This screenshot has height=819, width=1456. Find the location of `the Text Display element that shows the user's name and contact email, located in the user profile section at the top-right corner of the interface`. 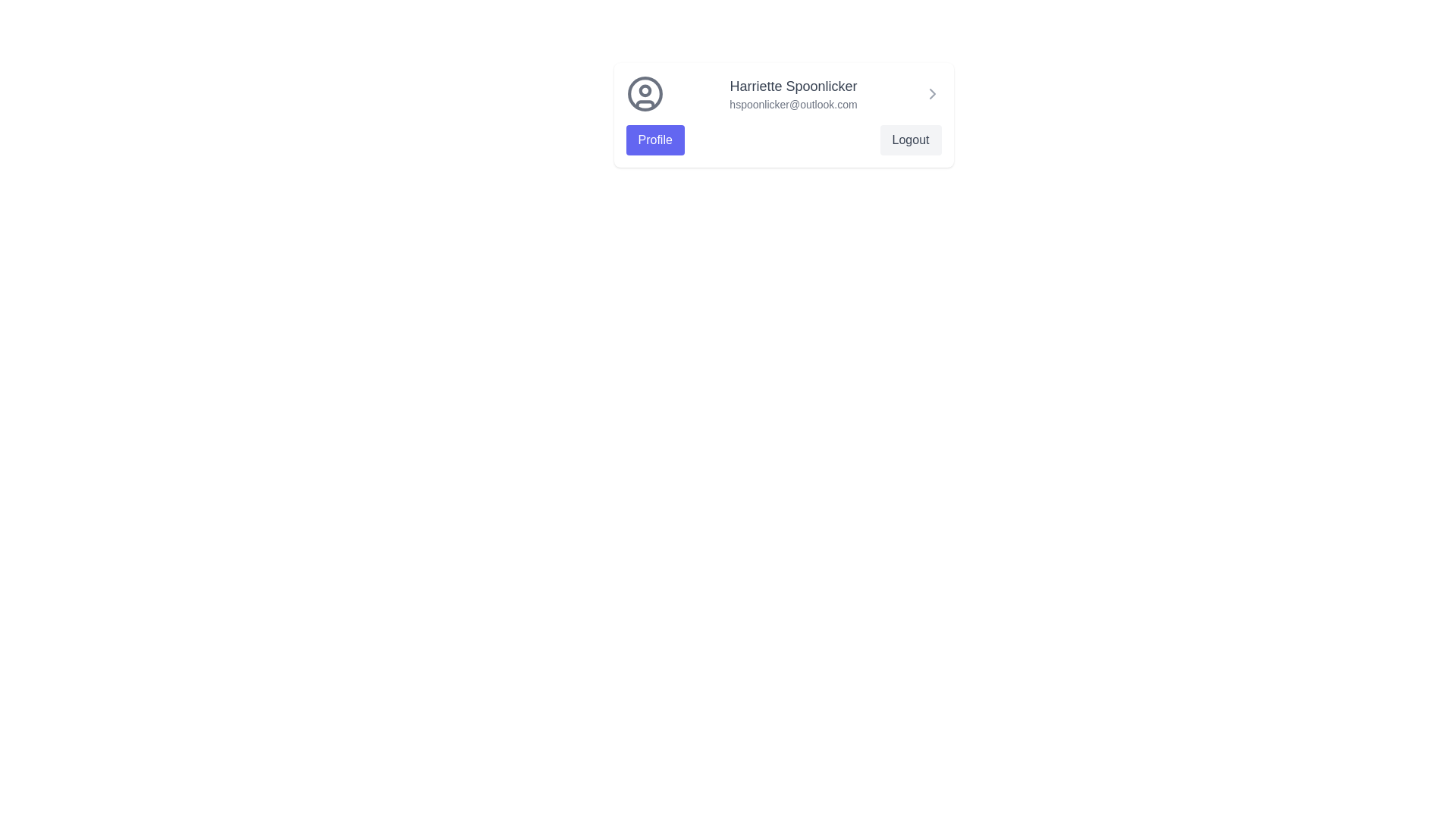

the Text Display element that shows the user's name and contact email, located in the user profile section at the top-right corner of the interface is located at coordinates (792, 93).